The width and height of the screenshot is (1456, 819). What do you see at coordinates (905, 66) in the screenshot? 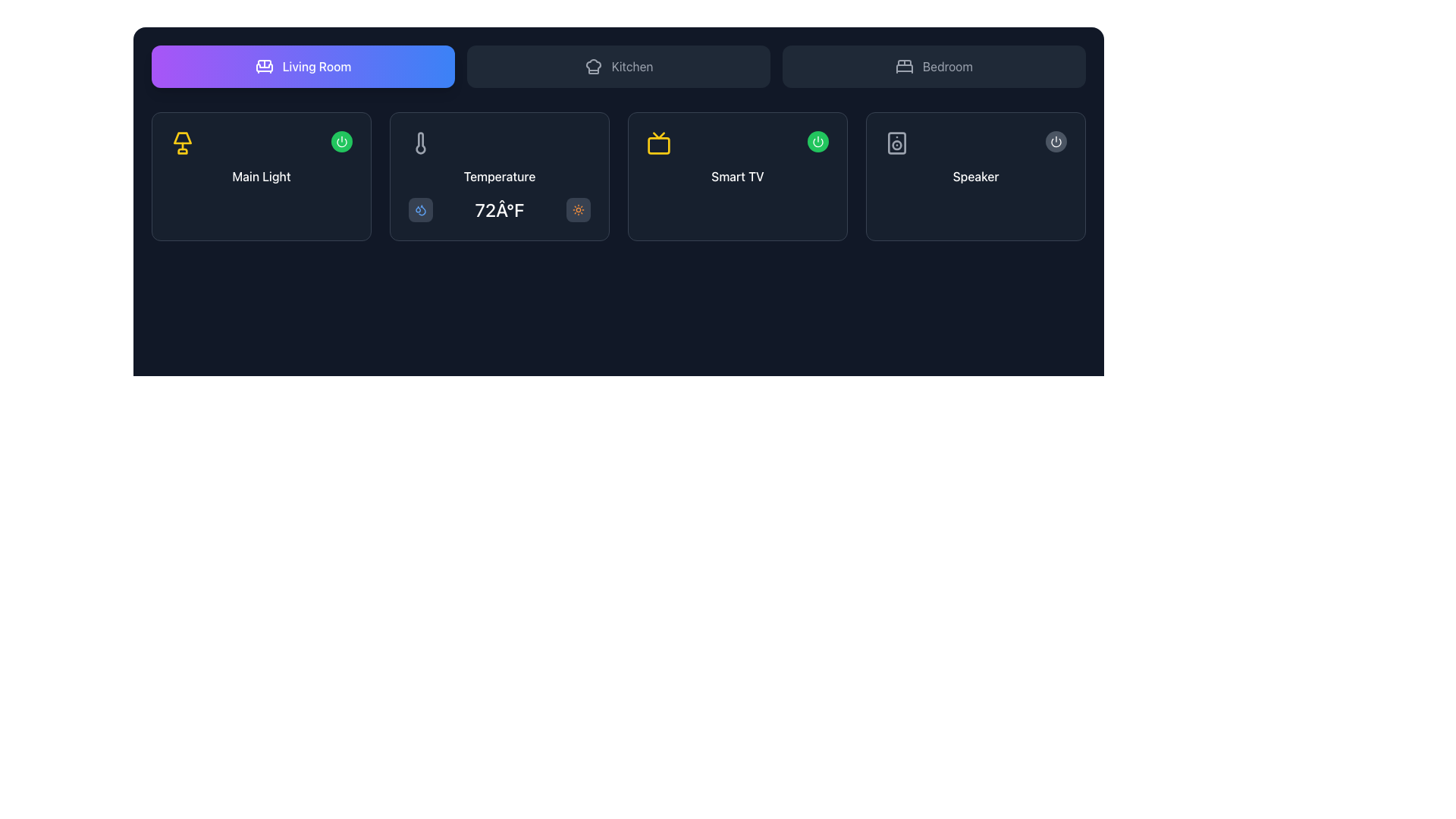
I see `the double bed icon styled in line art format with gray lines on a dark background, located to the left of the 'Bedroom' text in the top-right navigation bar` at bounding box center [905, 66].